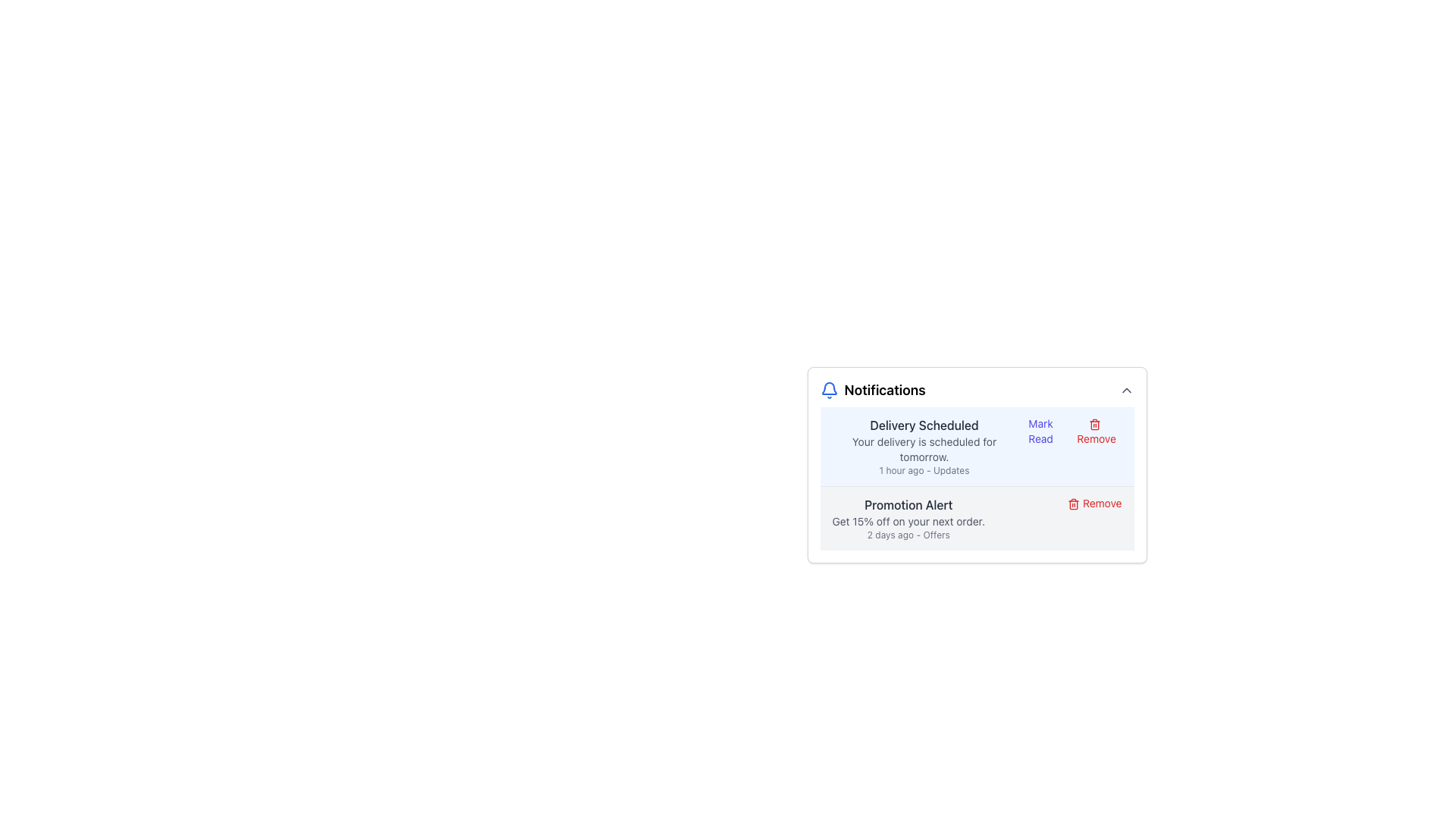  Describe the element at coordinates (885, 390) in the screenshot. I see `the header text element located to the right of the blue bell icon in the notifications section` at that location.